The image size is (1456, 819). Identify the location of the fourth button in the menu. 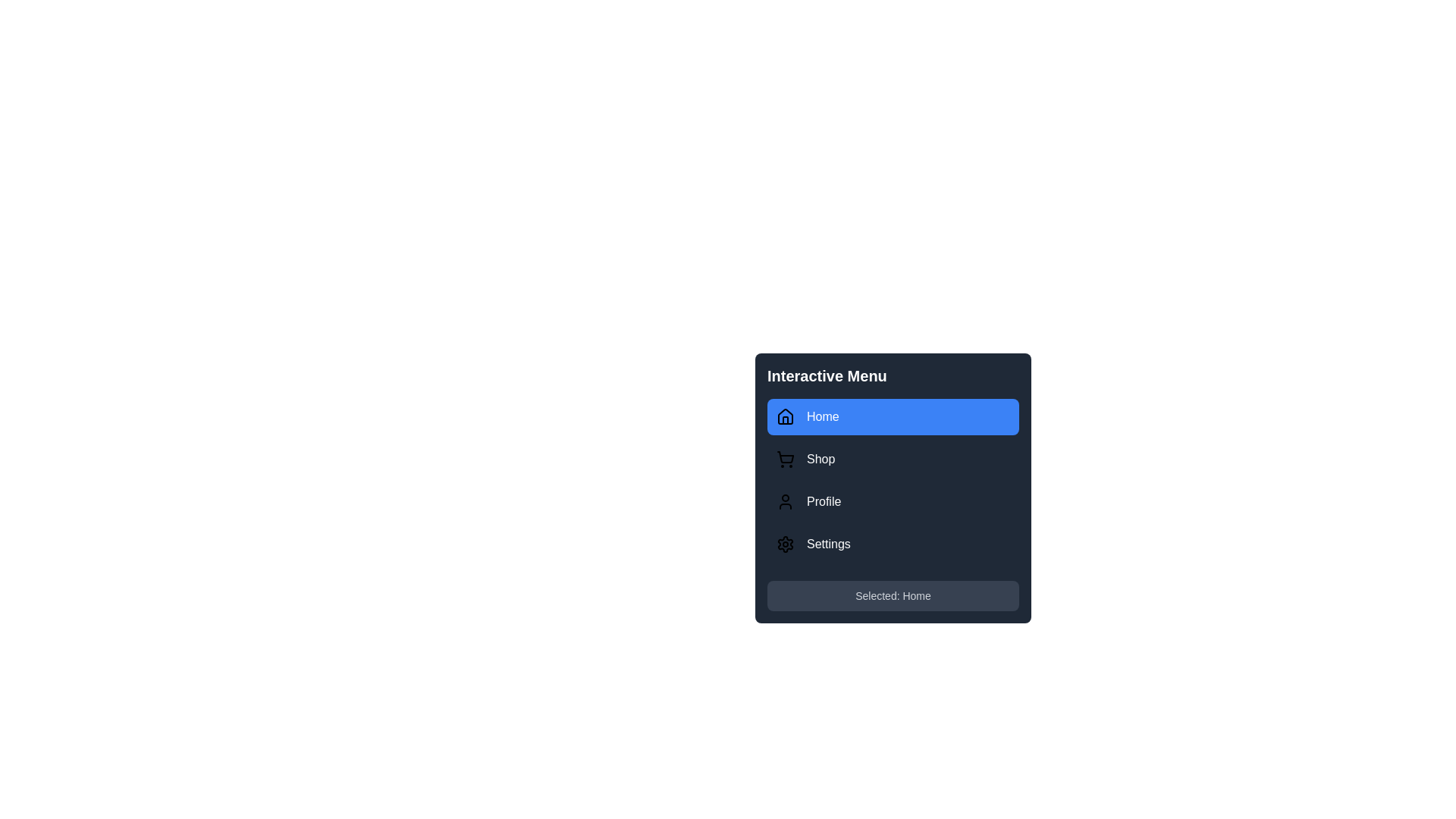
(893, 543).